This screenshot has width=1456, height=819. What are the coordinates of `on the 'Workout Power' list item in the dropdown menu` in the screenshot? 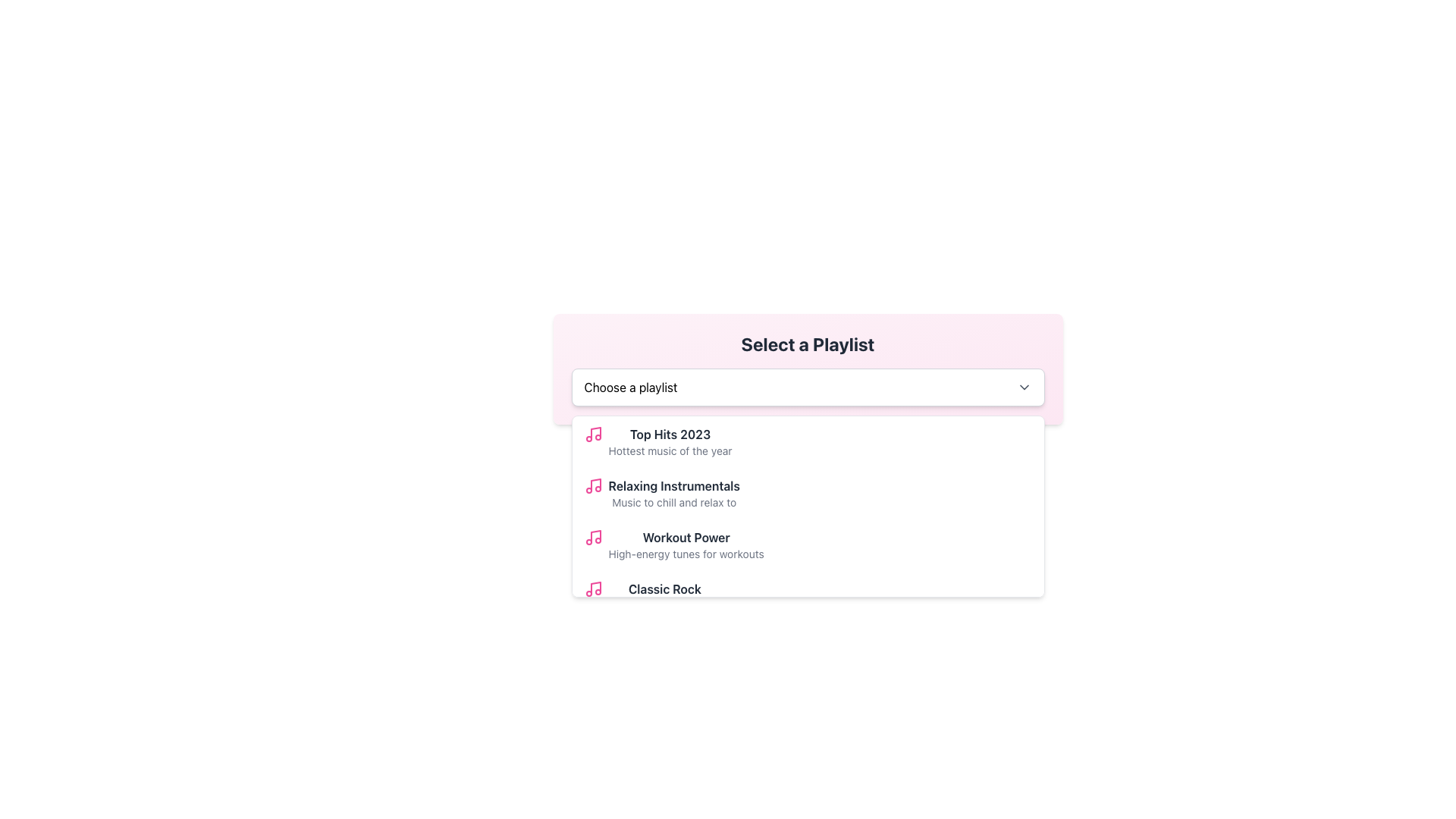 It's located at (807, 544).